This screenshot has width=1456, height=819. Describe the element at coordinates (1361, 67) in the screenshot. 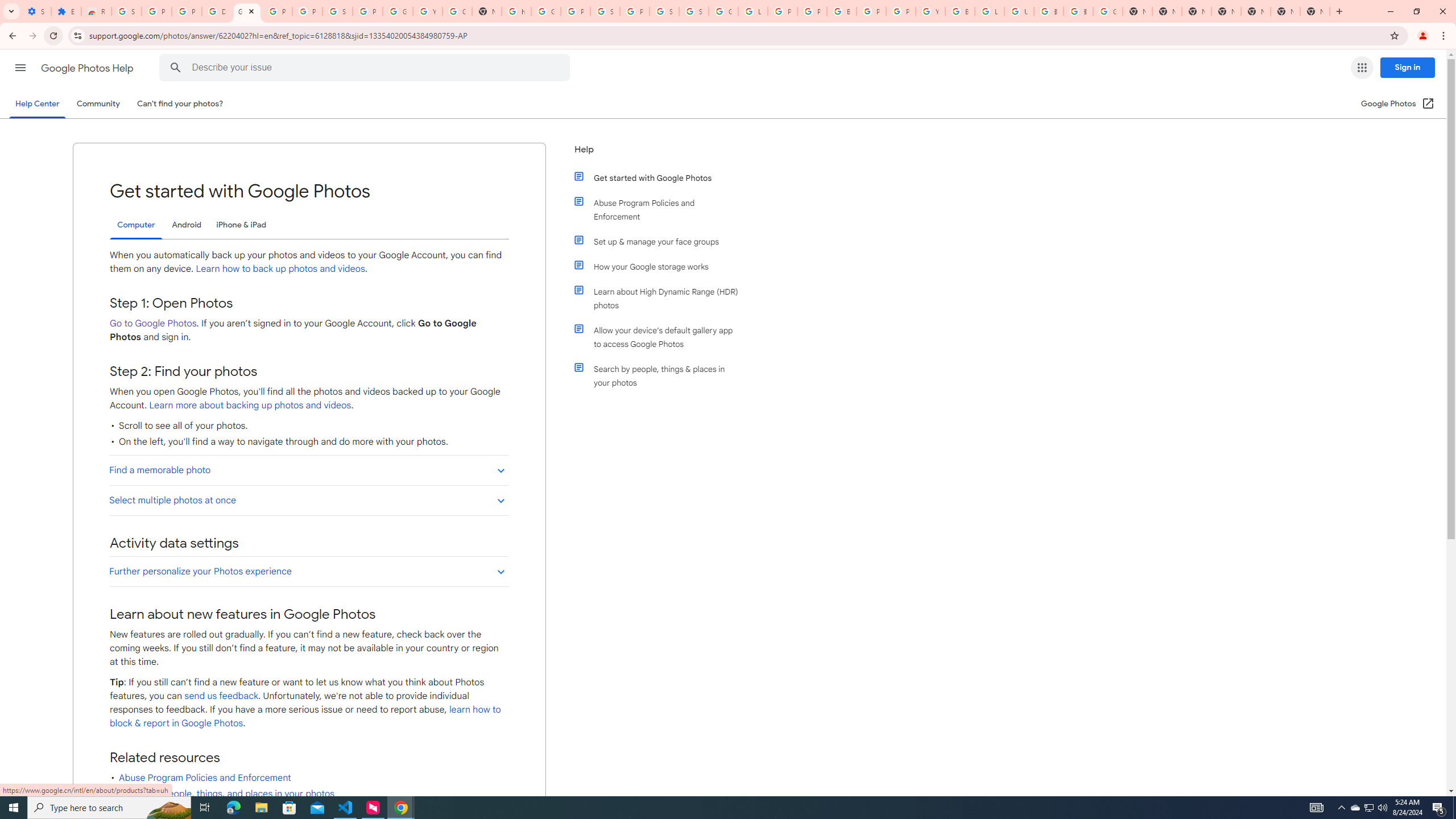

I see `'Google apps'` at that location.